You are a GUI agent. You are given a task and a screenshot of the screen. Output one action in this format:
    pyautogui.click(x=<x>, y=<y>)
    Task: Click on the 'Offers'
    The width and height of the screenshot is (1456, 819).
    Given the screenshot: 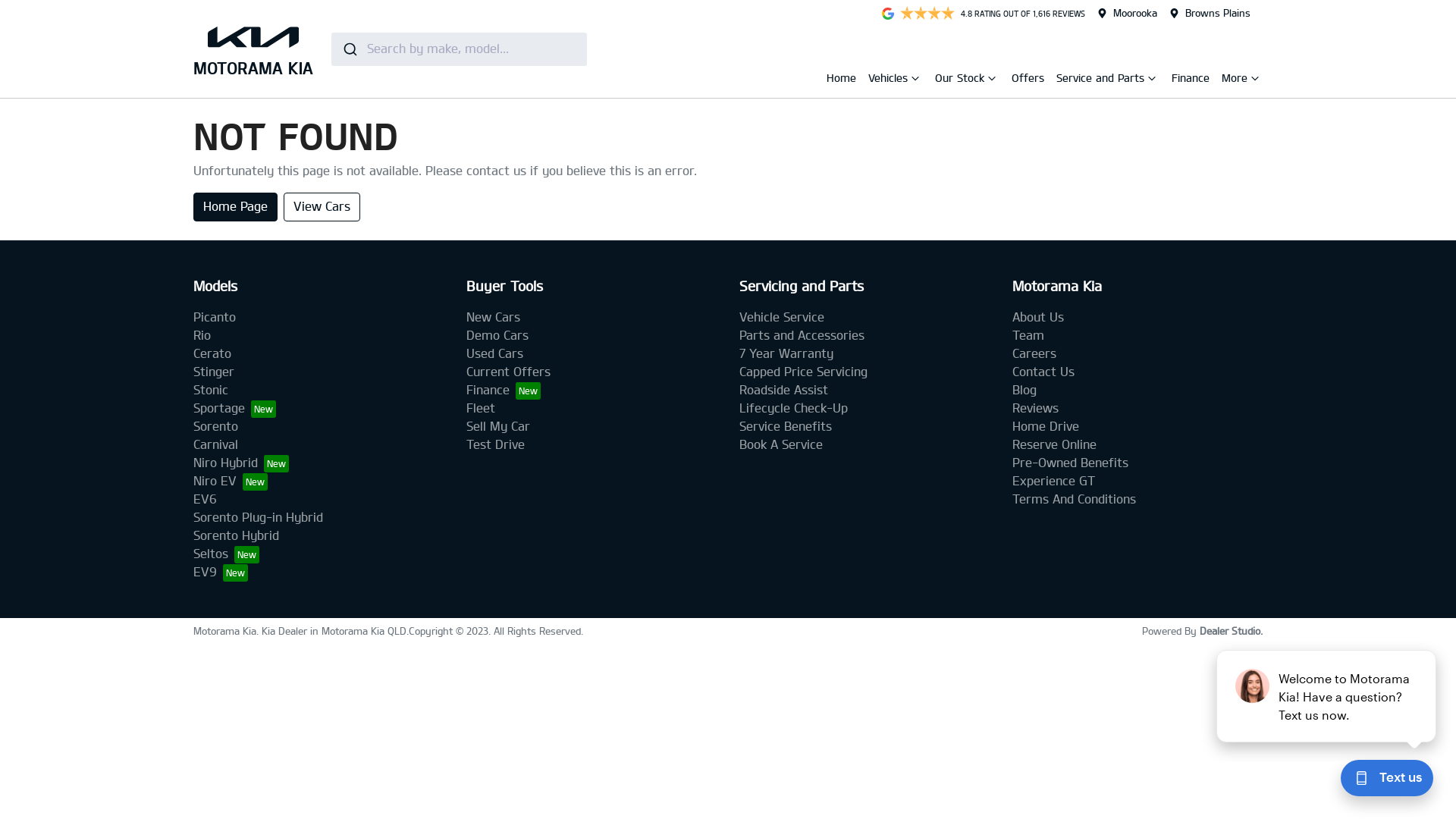 What is the action you would take?
    pyautogui.click(x=1028, y=77)
    